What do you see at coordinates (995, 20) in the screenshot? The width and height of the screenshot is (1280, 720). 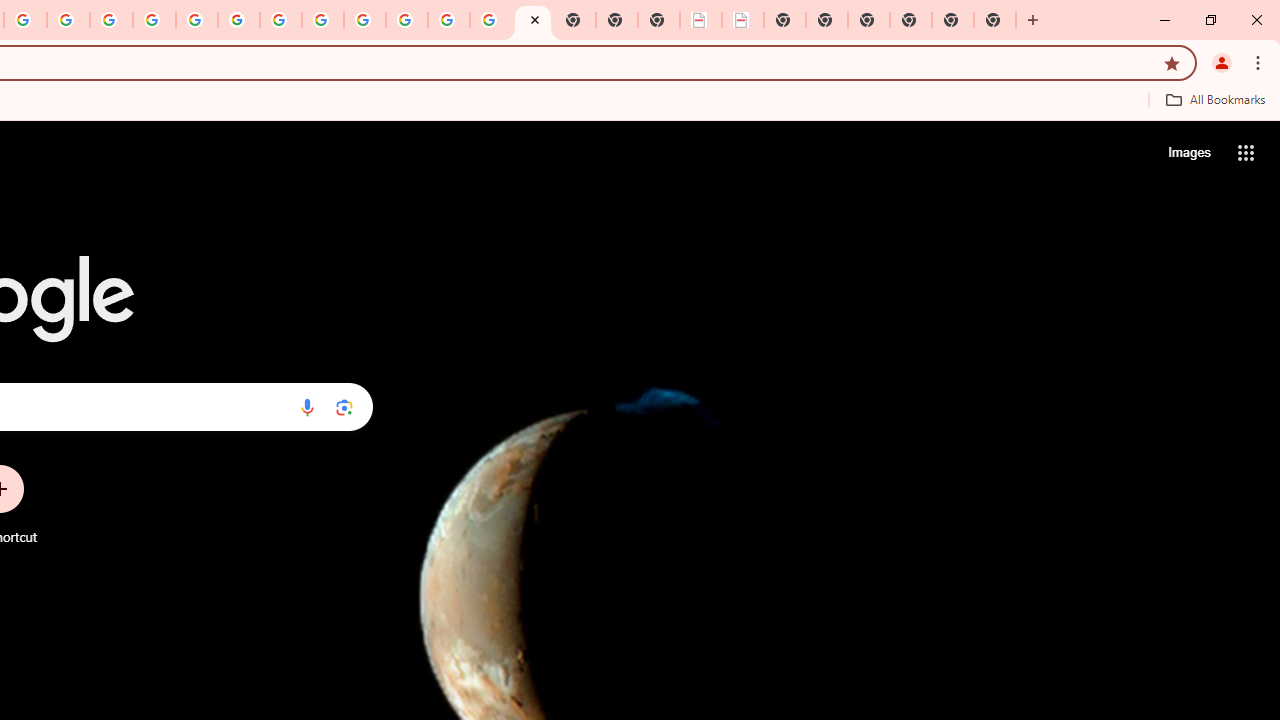 I see `'New Tab'` at bounding box center [995, 20].